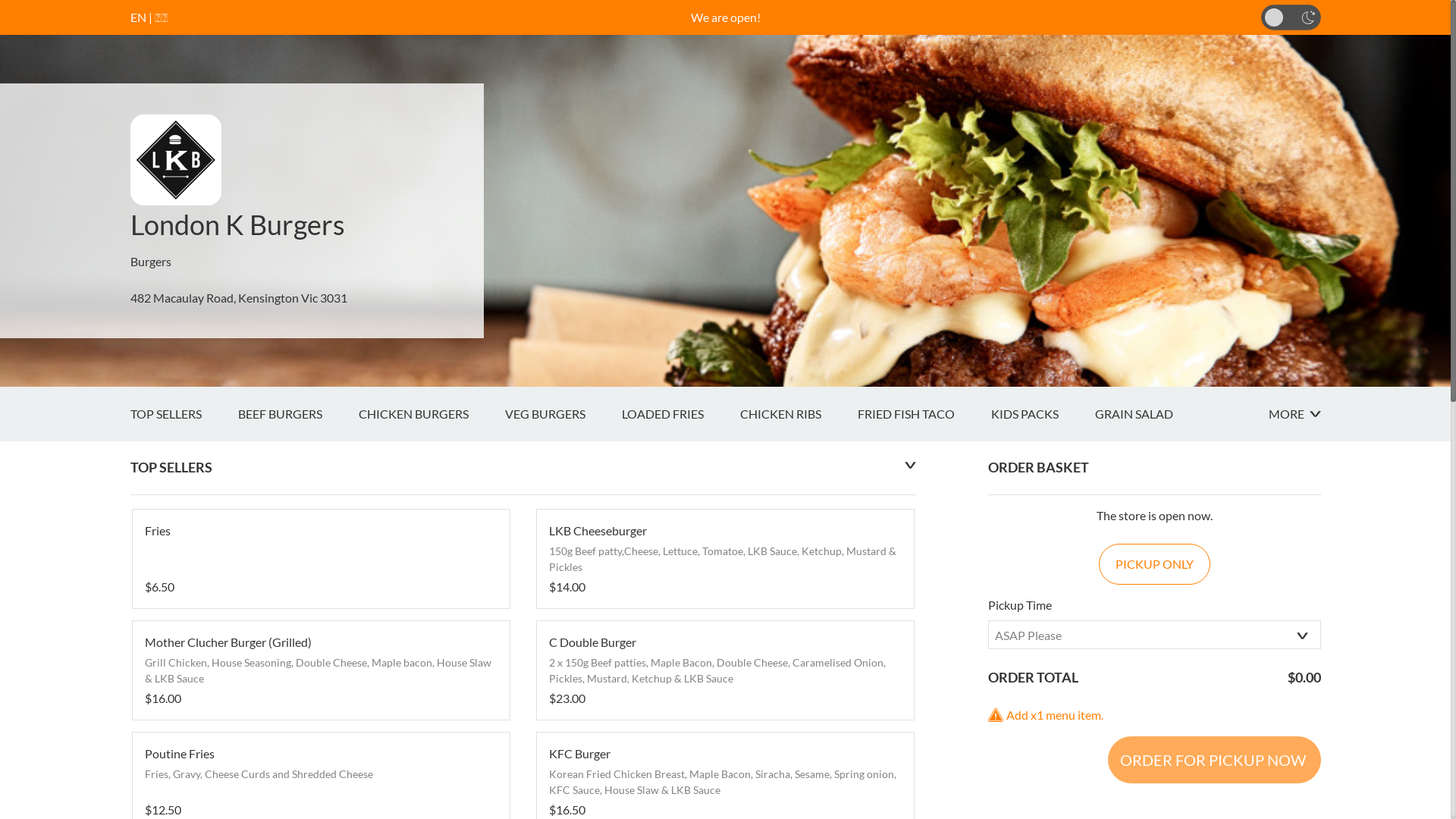 The width and height of the screenshot is (1456, 819). What do you see at coordinates (184, 414) in the screenshot?
I see `'TOP SELLERS'` at bounding box center [184, 414].